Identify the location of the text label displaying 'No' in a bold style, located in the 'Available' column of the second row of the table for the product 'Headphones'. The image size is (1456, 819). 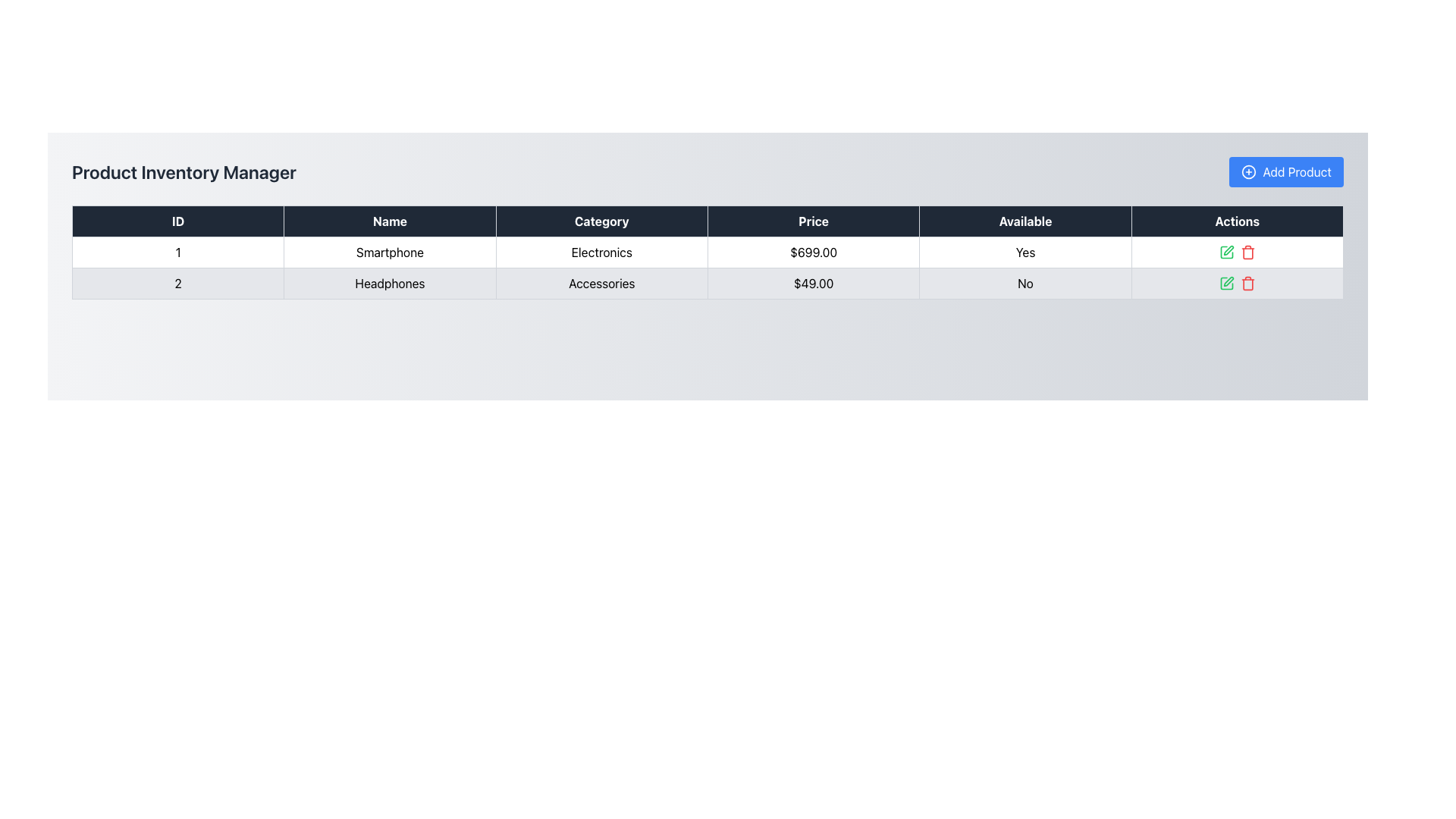
(1025, 284).